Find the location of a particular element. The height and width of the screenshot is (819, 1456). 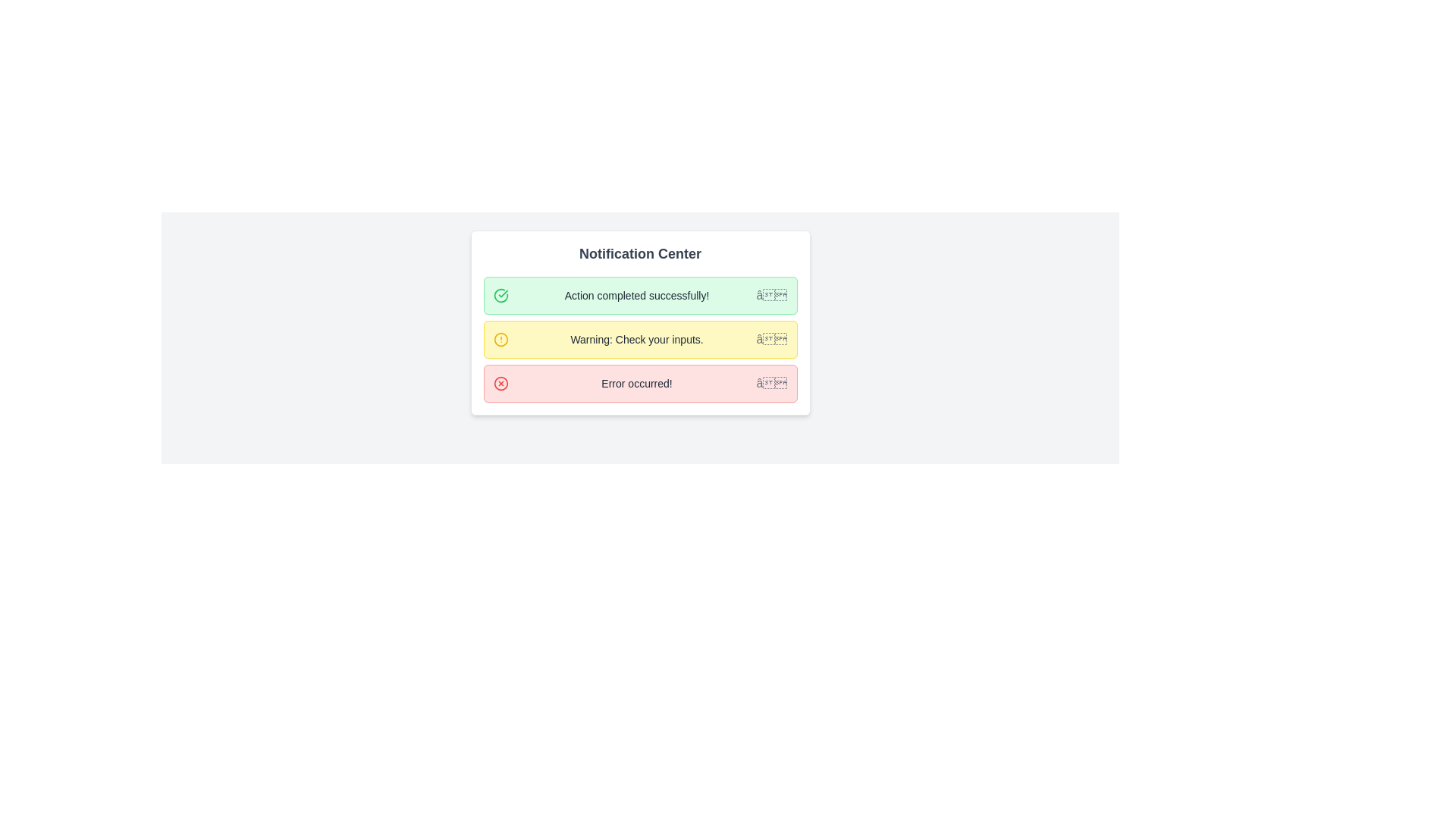

the button with the gray 'âœ–' icon located at the right side of the green notification bar labeled 'Action completed successfully!' is located at coordinates (771, 295).